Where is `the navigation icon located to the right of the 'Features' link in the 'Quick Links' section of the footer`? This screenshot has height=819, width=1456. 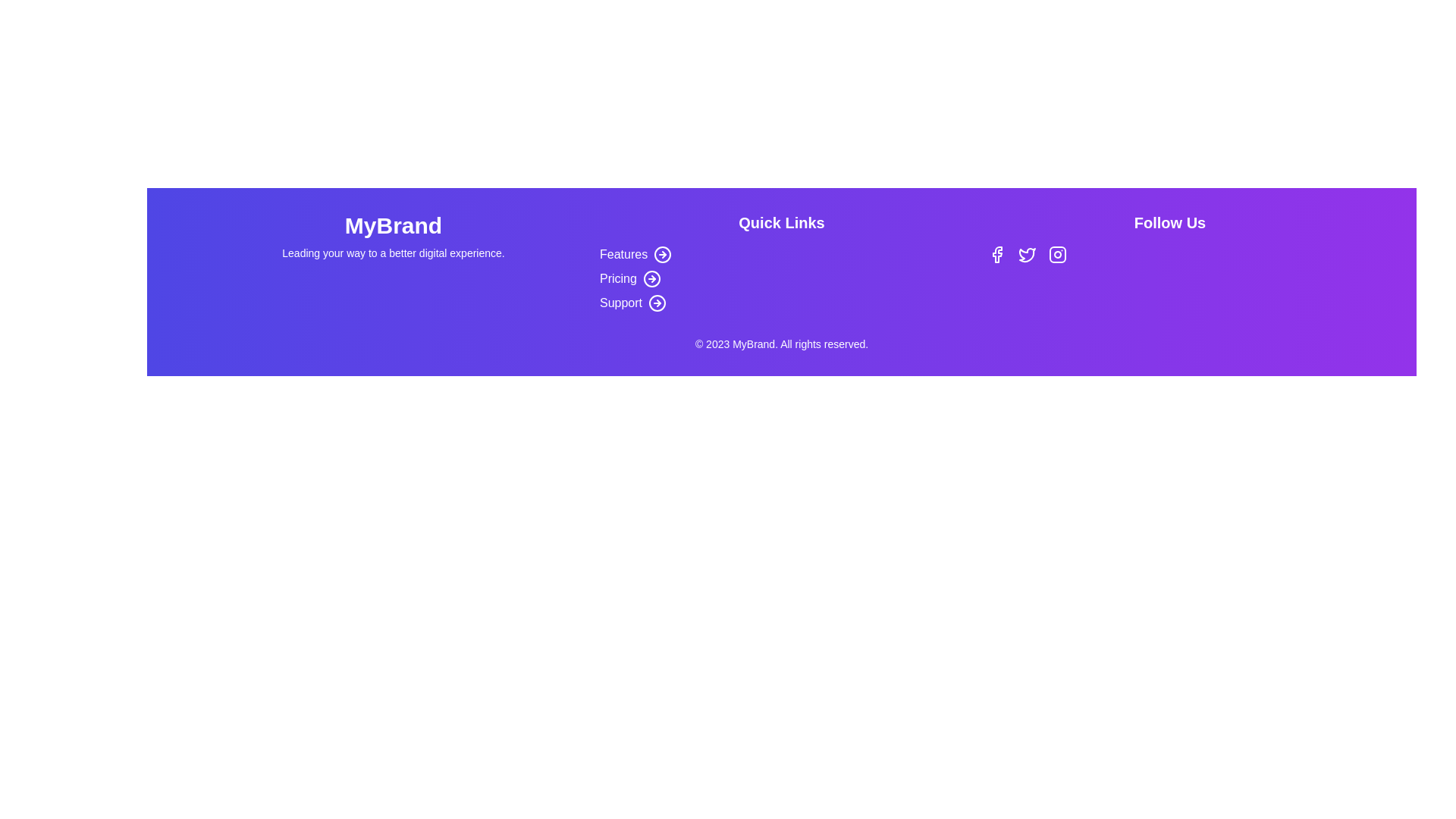
the navigation icon located to the right of the 'Features' link in the 'Quick Links' section of the footer is located at coordinates (663, 253).